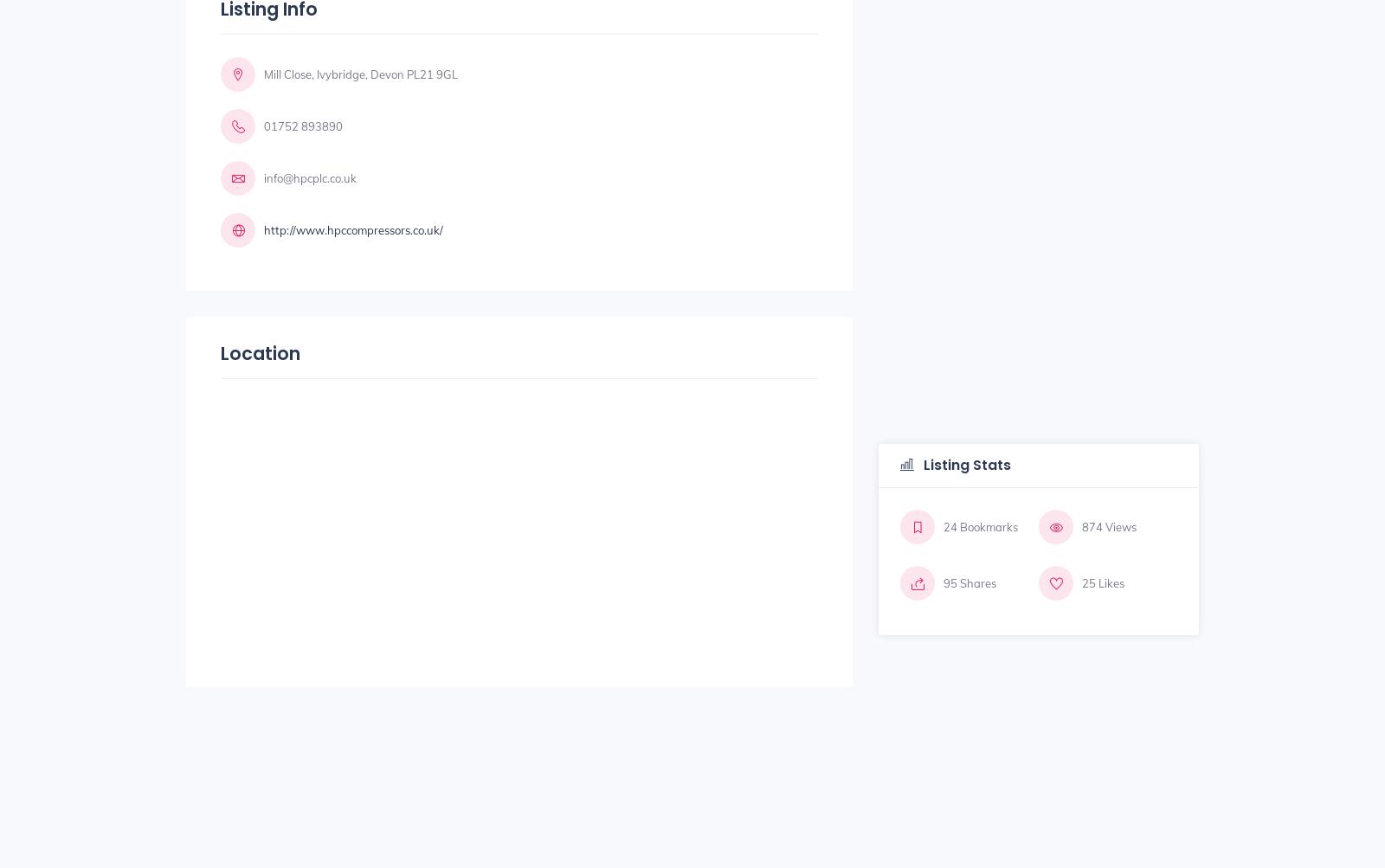 This screenshot has height=868, width=1385. I want to click on 'Location', so click(221, 352).